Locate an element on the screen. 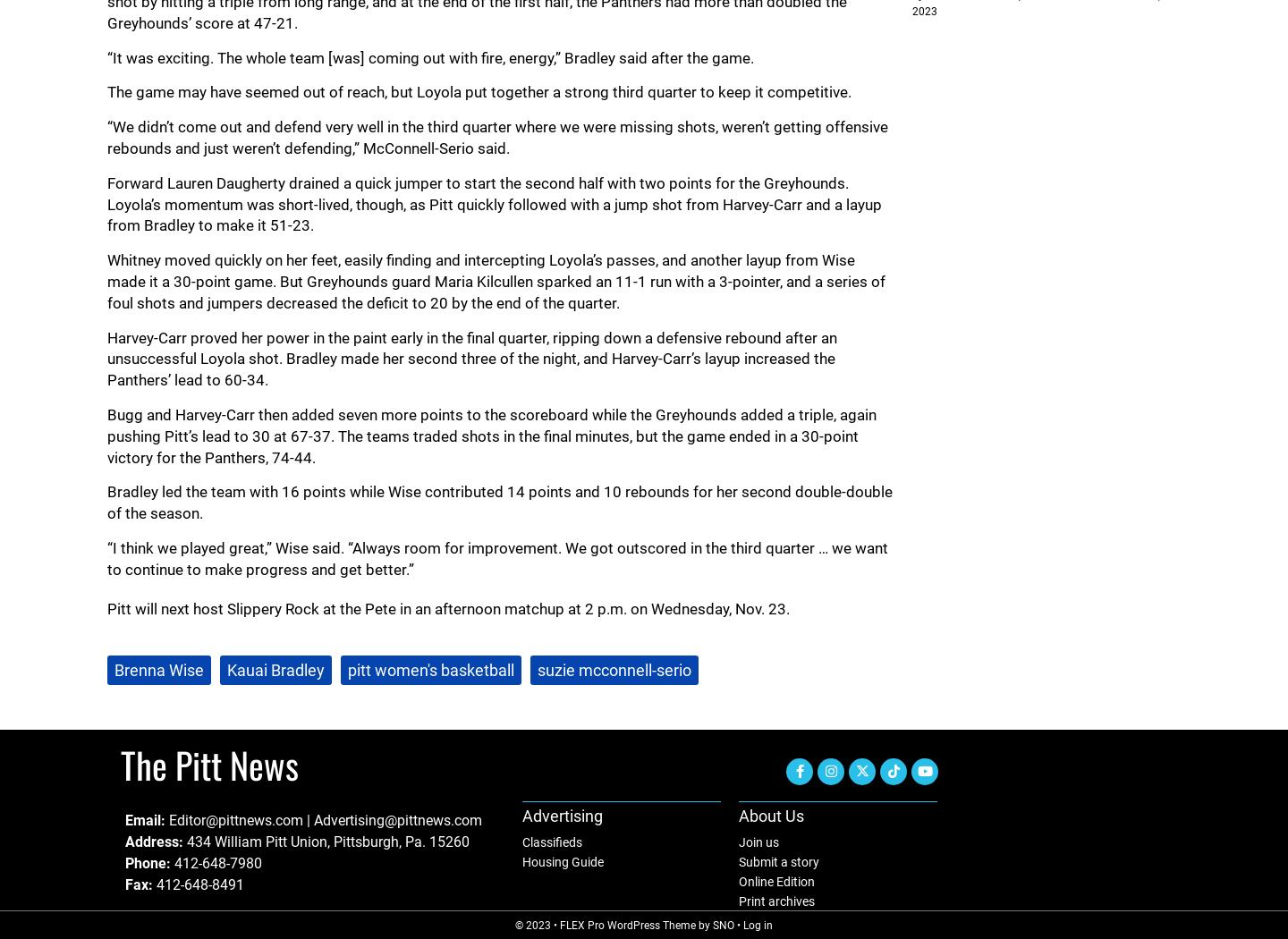 Image resolution: width=1288 pixels, height=939 pixels. 'Forward Lauren Daugherty drained a quick jumper to start the second half with two points for the Greyhounds. Loyola’s momentum was short-lived, though, as Pitt quickly followed with a jump shot from Harvey-Carr and a layup from Bradley to make it 51-23.' is located at coordinates (494, 203).